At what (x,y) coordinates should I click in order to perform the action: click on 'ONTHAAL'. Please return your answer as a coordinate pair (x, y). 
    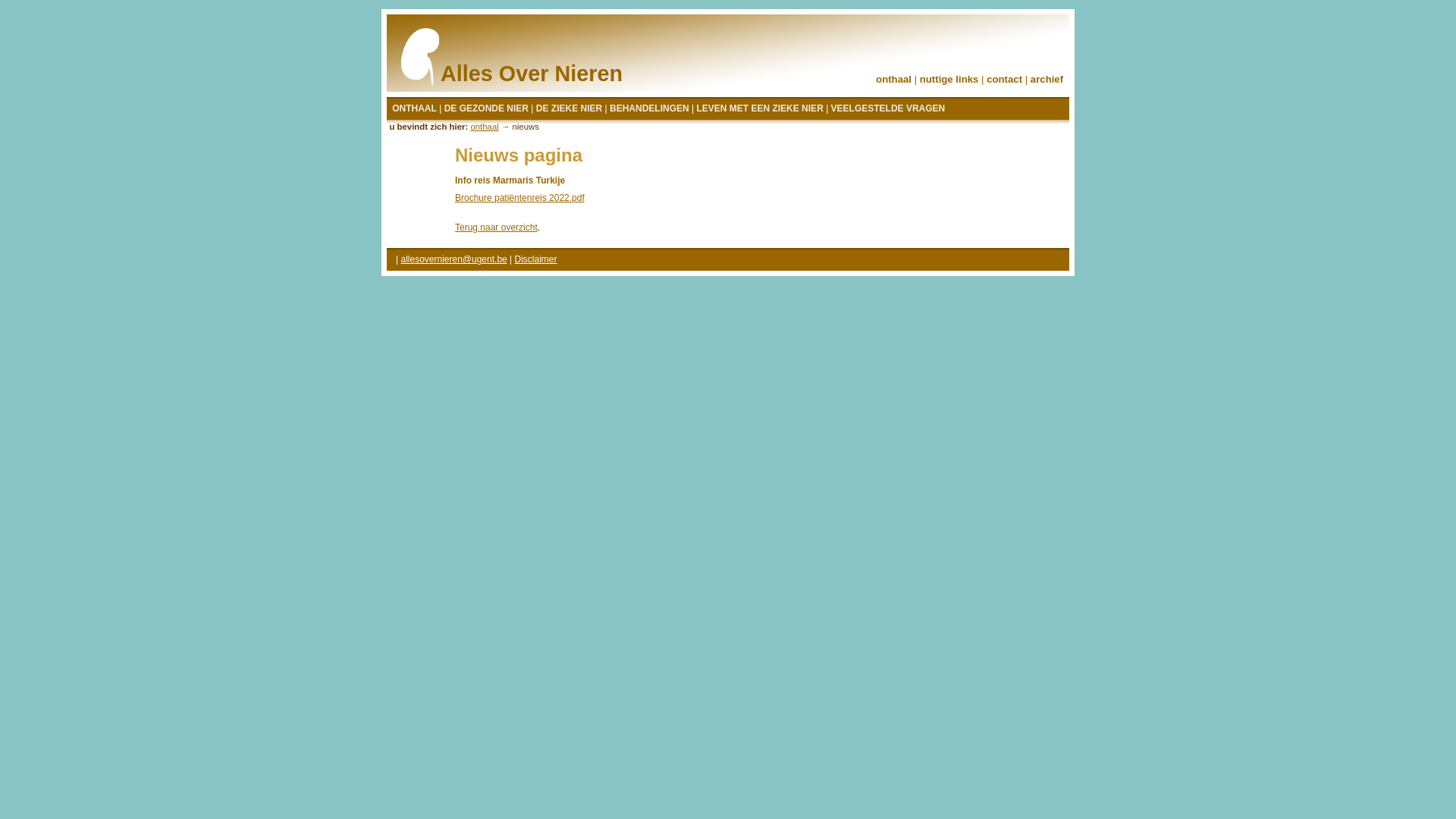
    Looking at the image, I should click on (414, 108).